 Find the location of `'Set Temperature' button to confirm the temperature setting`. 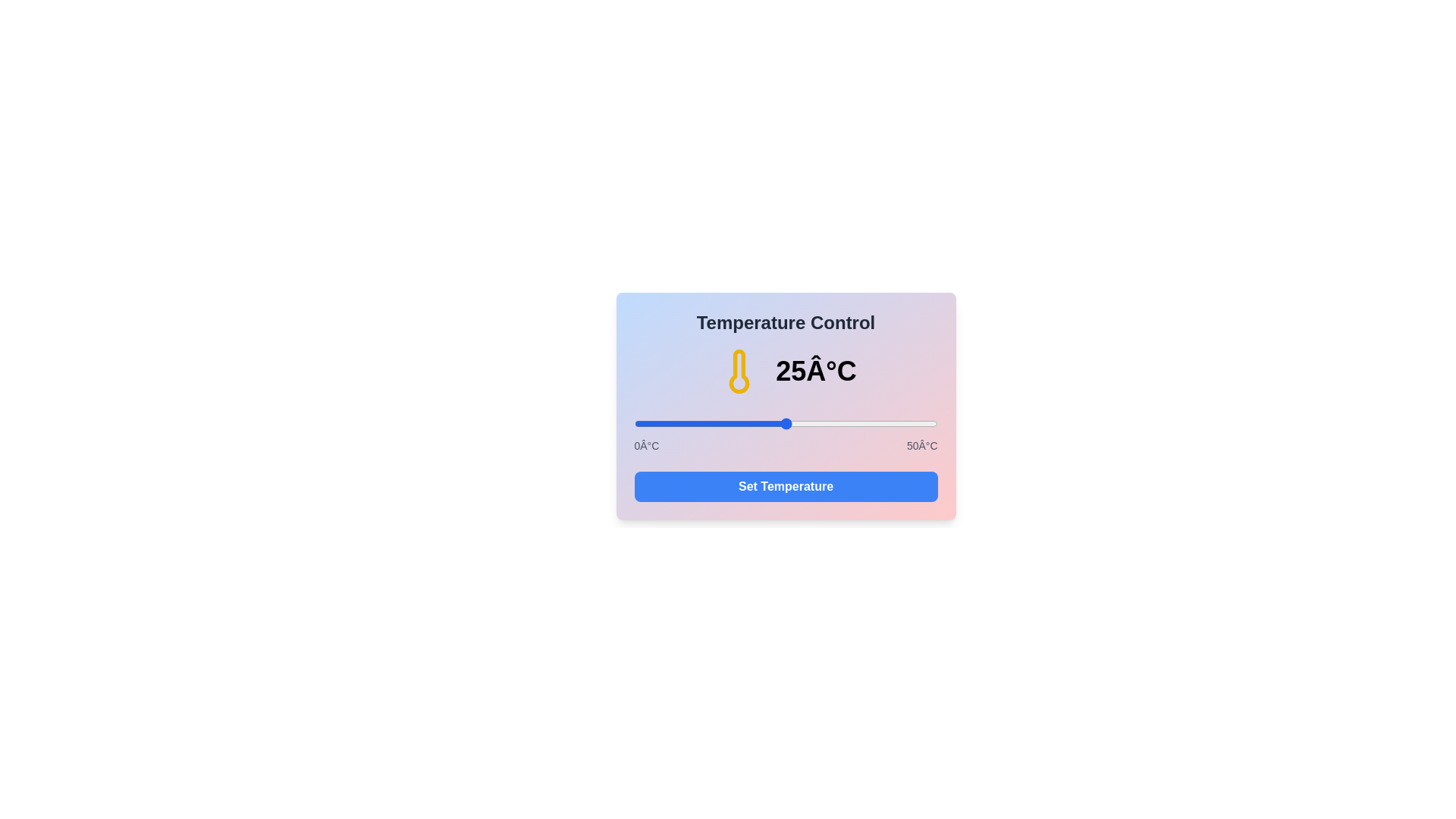

'Set Temperature' button to confirm the temperature setting is located at coordinates (786, 486).